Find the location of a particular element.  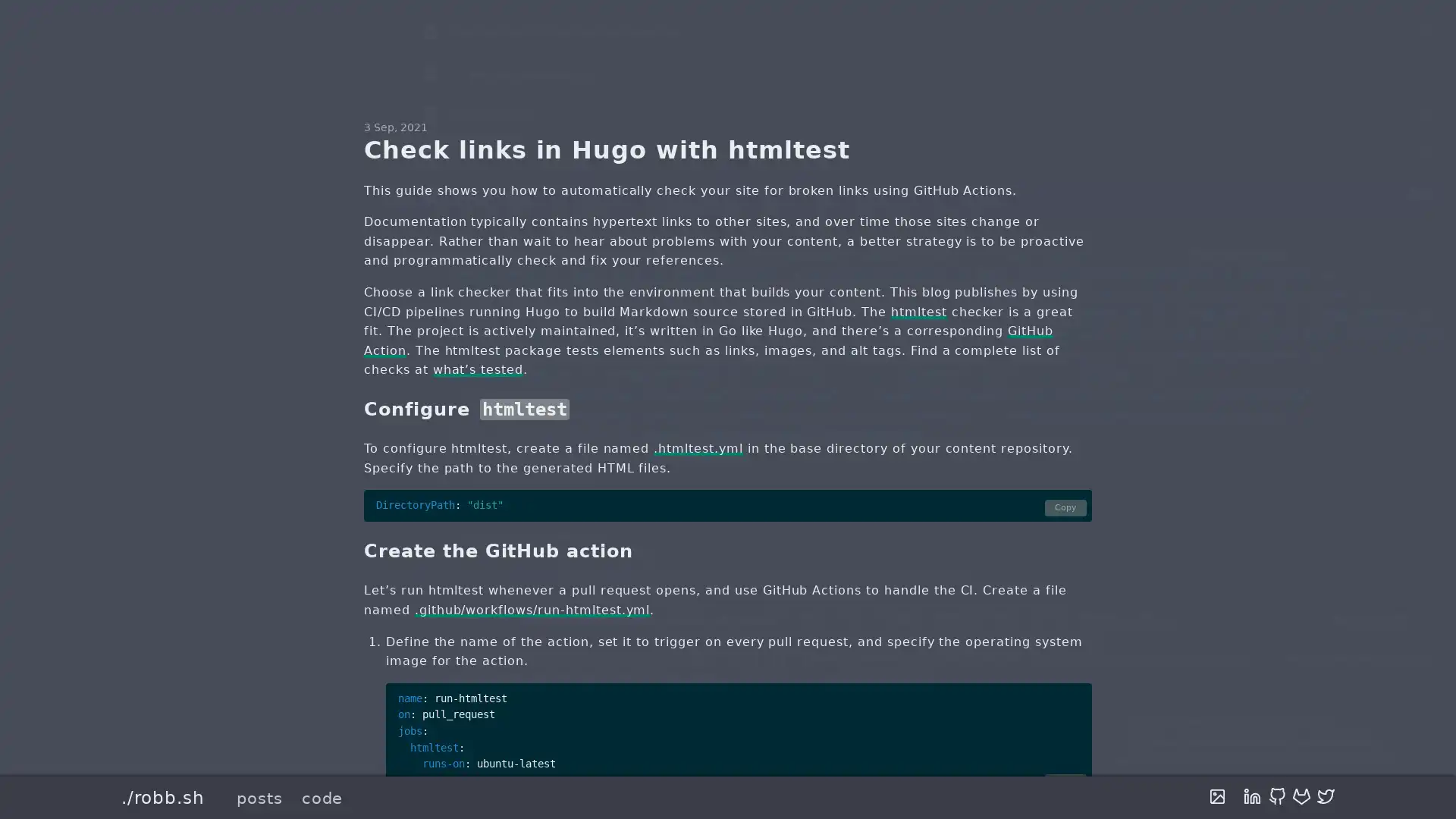

Copy is located at coordinates (1065, 507).